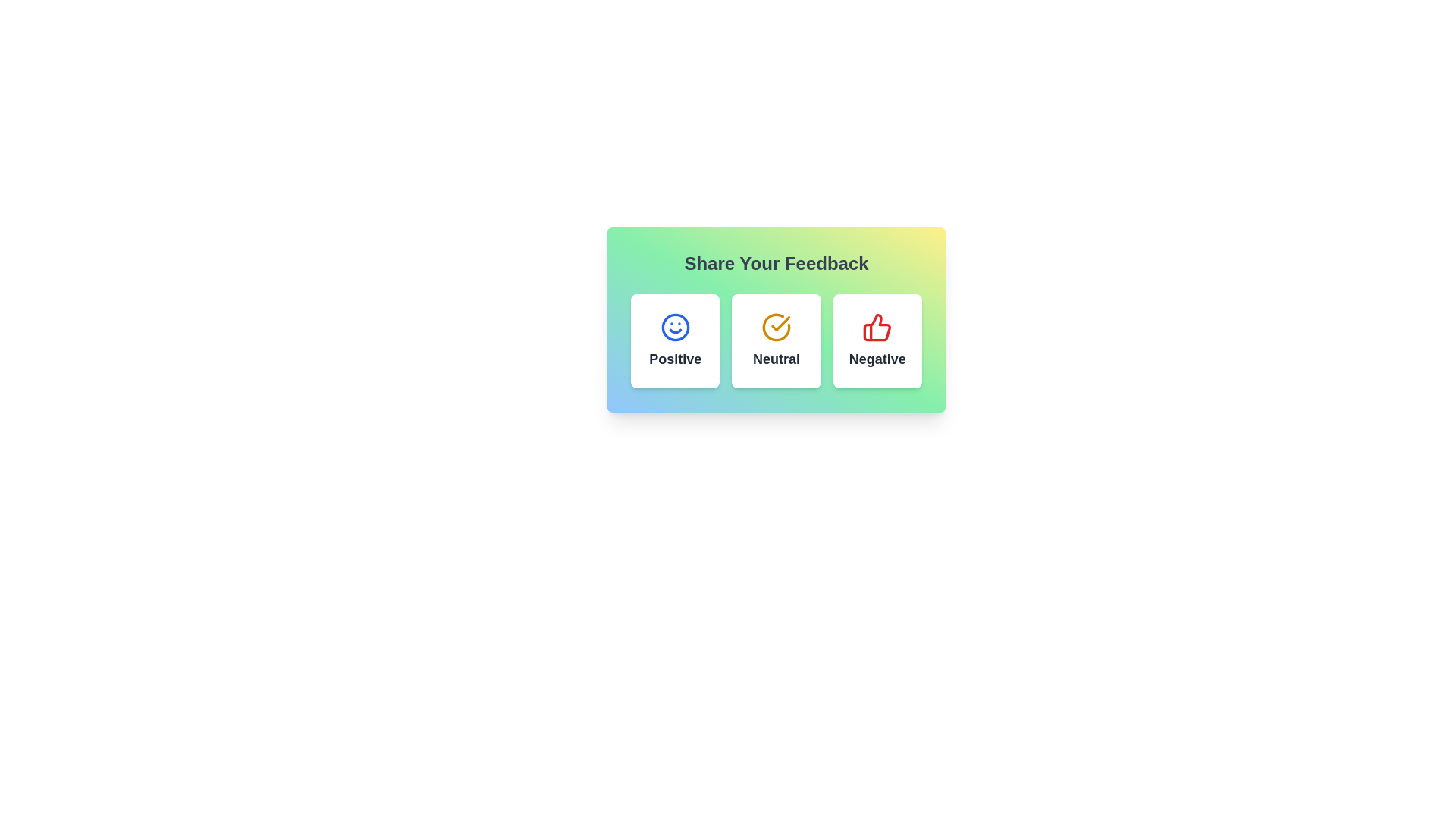  Describe the element at coordinates (674, 359) in the screenshot. I see `the static text label displaying 'Positive' in bold gray color, which is located beneath a smiling face icon in the first option block of a feedback interface` at that location.